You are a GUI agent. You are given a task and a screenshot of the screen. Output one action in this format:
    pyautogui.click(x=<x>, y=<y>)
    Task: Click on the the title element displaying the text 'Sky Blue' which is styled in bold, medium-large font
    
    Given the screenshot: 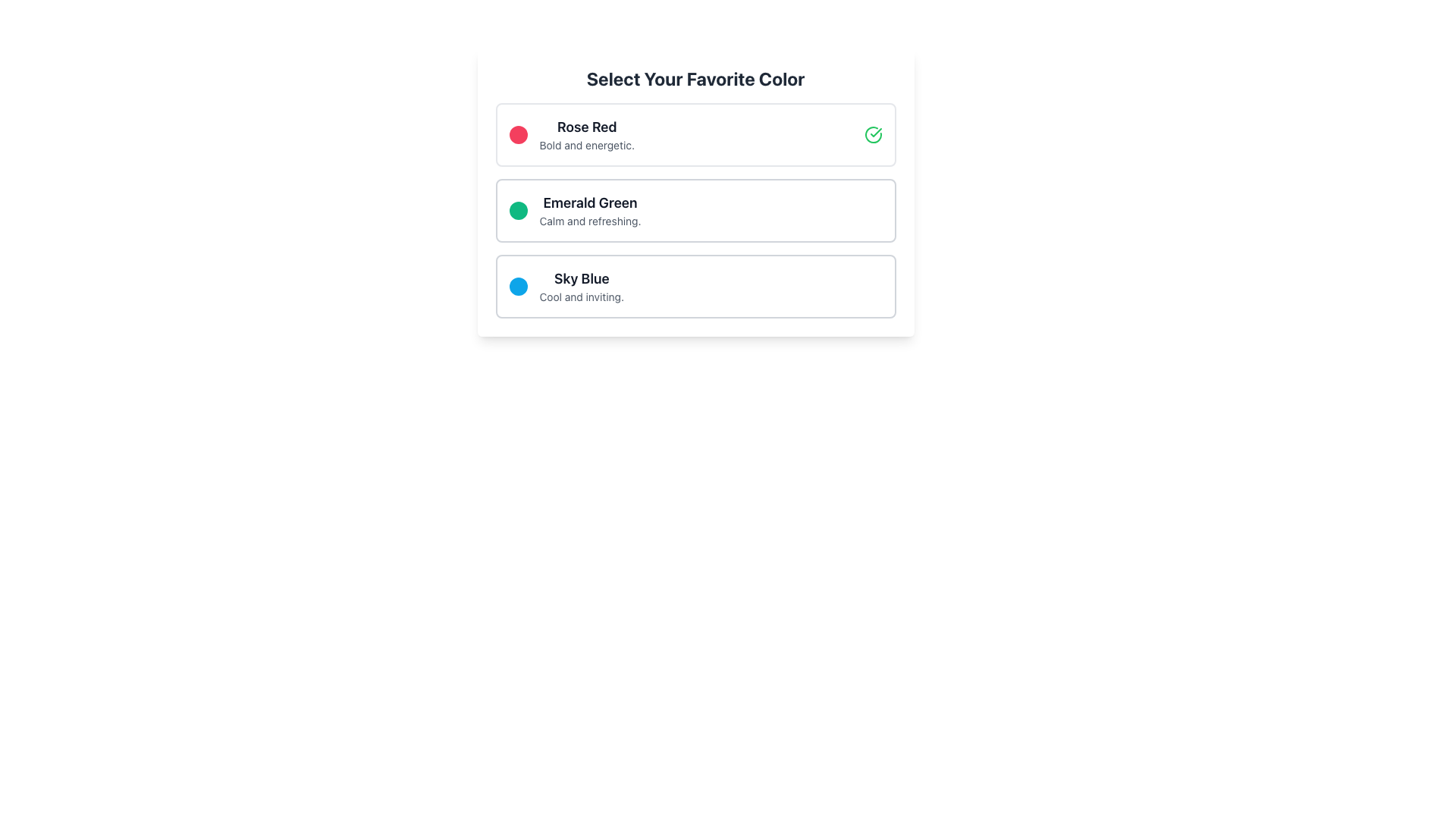 What is the action you would take?
    pyautogui.click(x=581, y=278)
    